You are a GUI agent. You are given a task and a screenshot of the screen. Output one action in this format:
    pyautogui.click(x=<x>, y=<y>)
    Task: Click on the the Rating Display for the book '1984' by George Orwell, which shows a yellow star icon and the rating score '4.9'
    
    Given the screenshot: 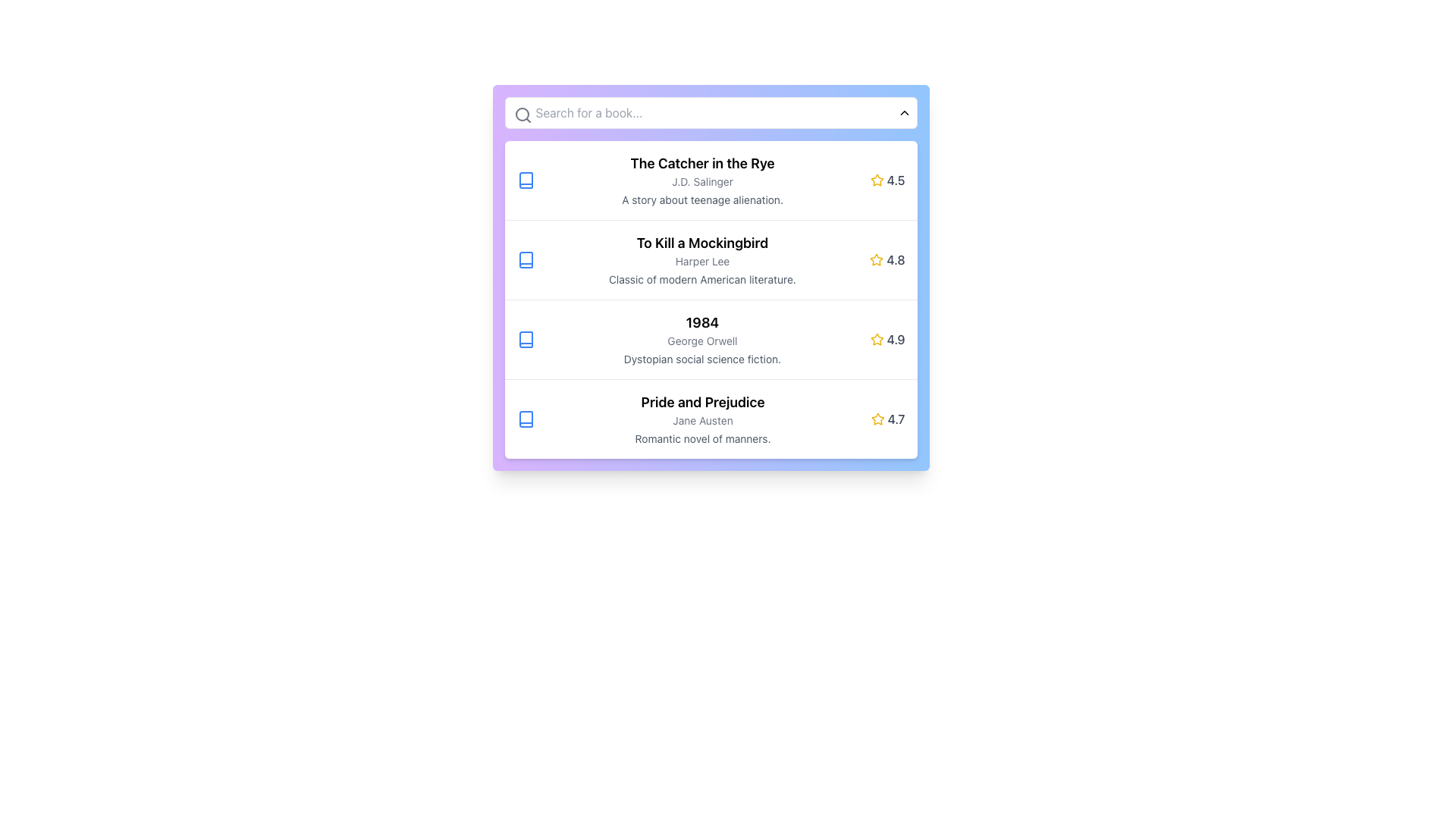 What is the action you would take?
    pyautogui.click(x=887, y=338)
    